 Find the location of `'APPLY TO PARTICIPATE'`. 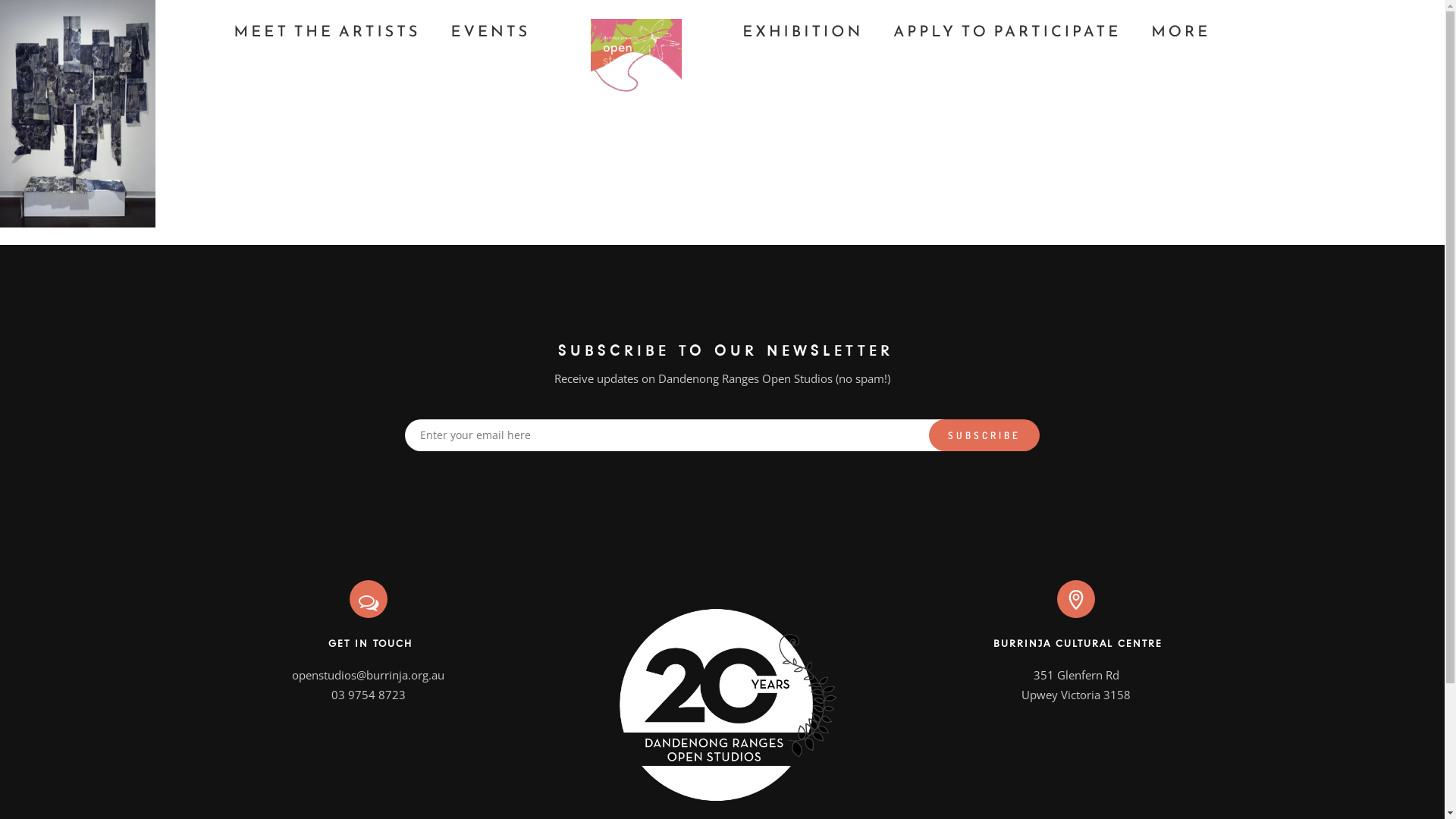

'APPLY TO PARTICIPATE' is located at coordinates (1007, 29).